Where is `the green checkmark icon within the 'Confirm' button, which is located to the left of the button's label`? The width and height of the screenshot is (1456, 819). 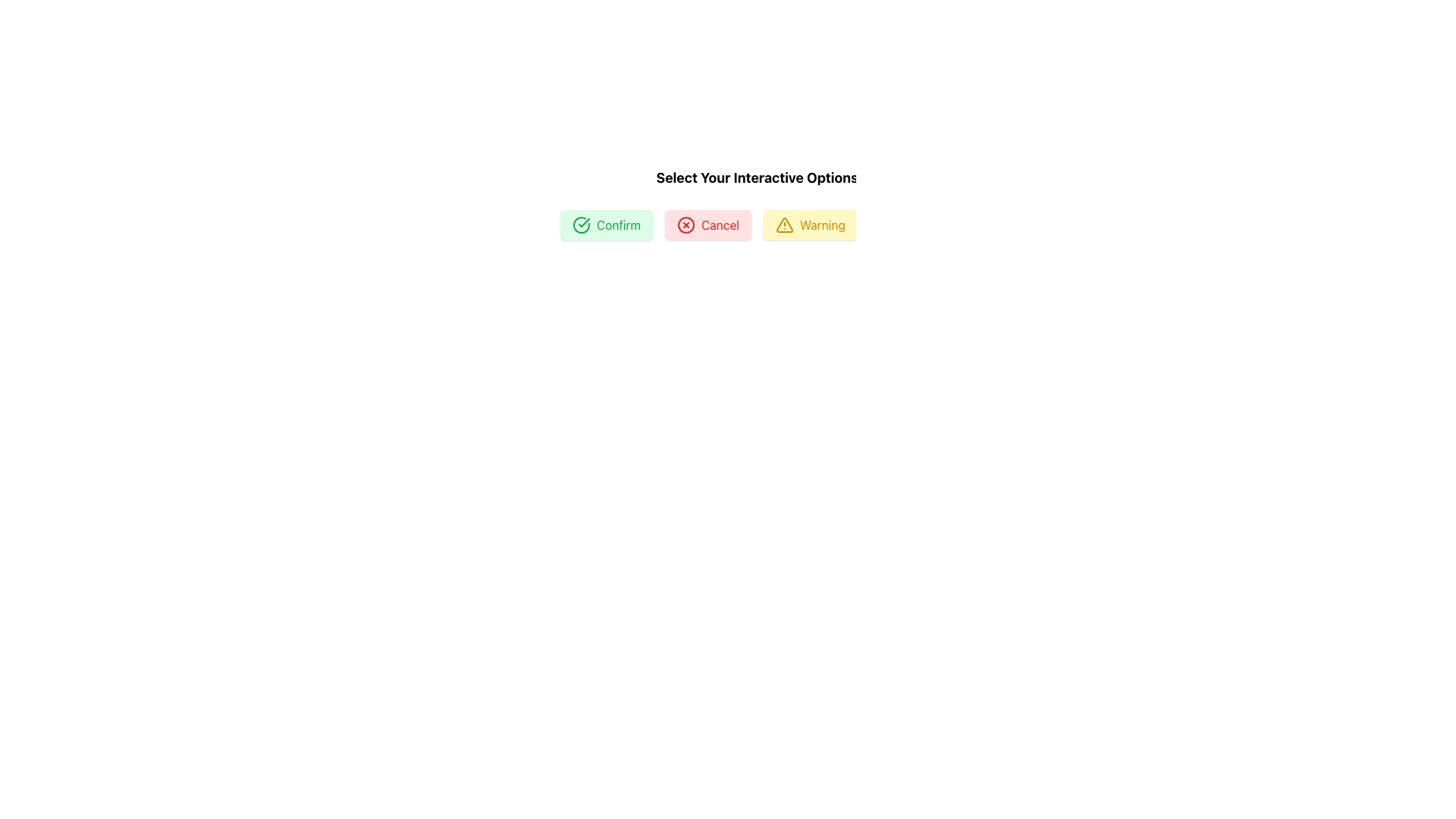 the green checkmark icon within the 'Confirm' button, which is located to the left of the button's label is located at coordinates (581, 225).